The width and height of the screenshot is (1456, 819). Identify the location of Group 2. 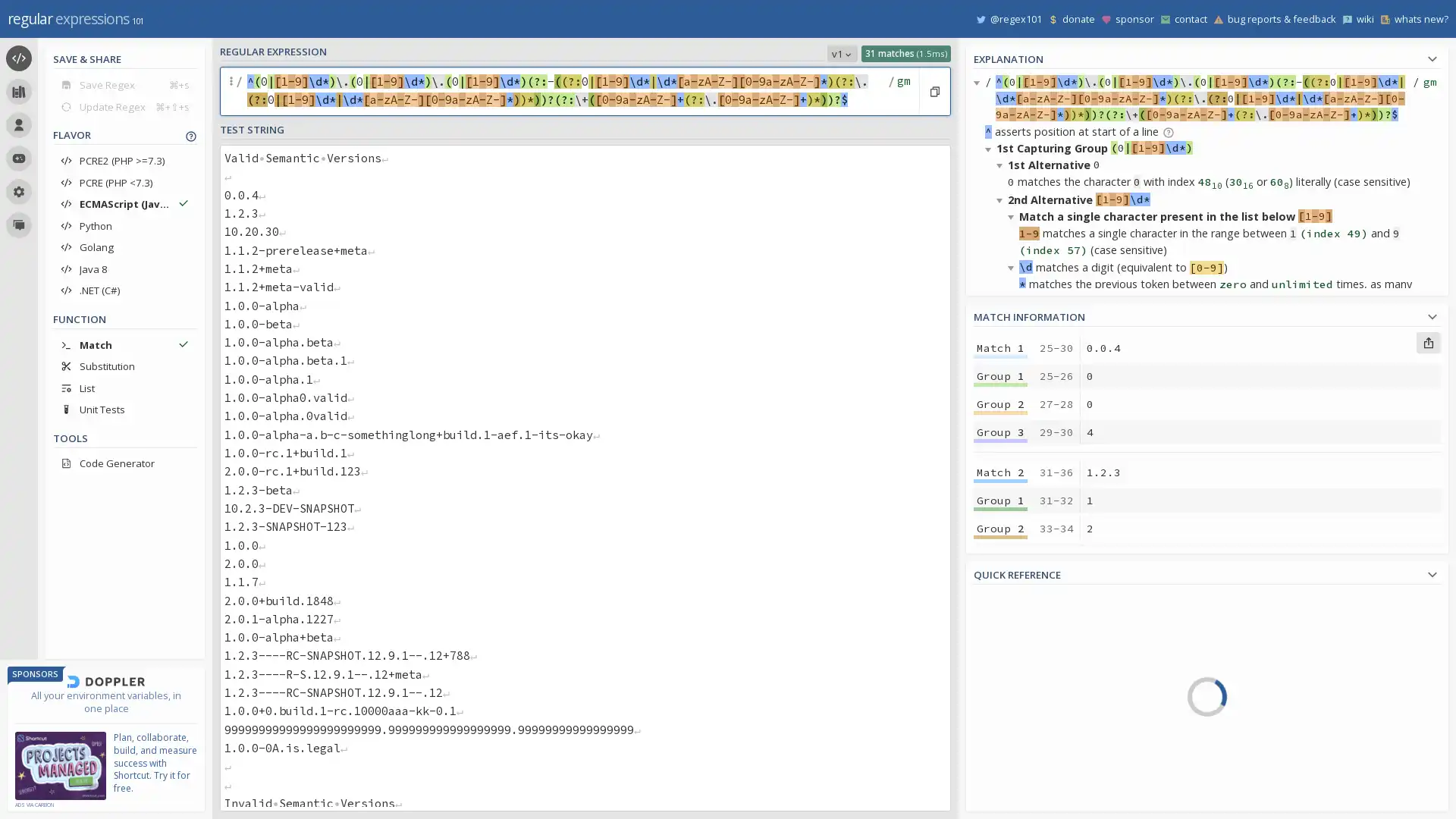
(1000, 403).